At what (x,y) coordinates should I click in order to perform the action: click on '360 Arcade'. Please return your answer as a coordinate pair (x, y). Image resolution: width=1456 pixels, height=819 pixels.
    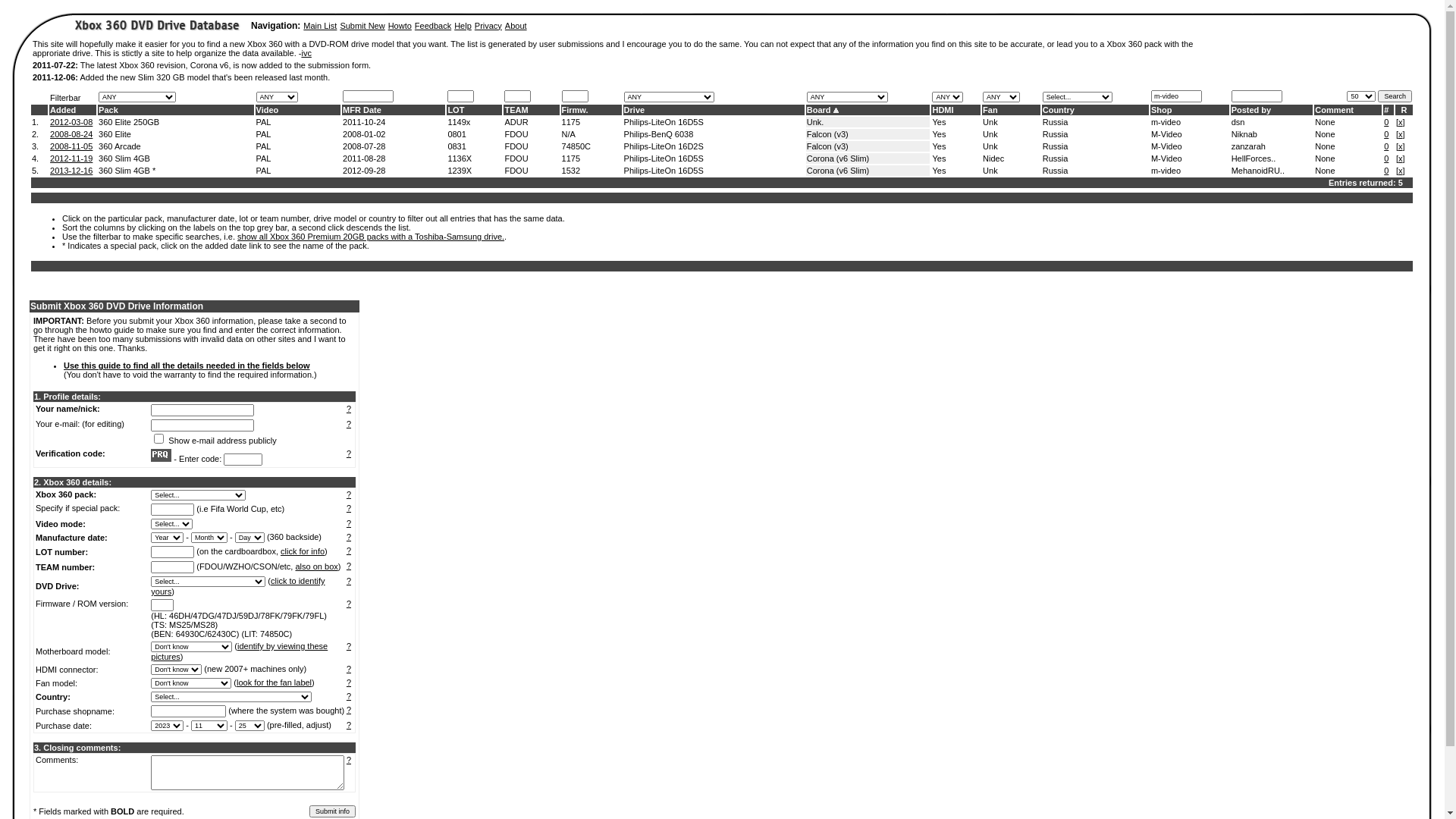
    Looking at the image, I should click on (119, 146).